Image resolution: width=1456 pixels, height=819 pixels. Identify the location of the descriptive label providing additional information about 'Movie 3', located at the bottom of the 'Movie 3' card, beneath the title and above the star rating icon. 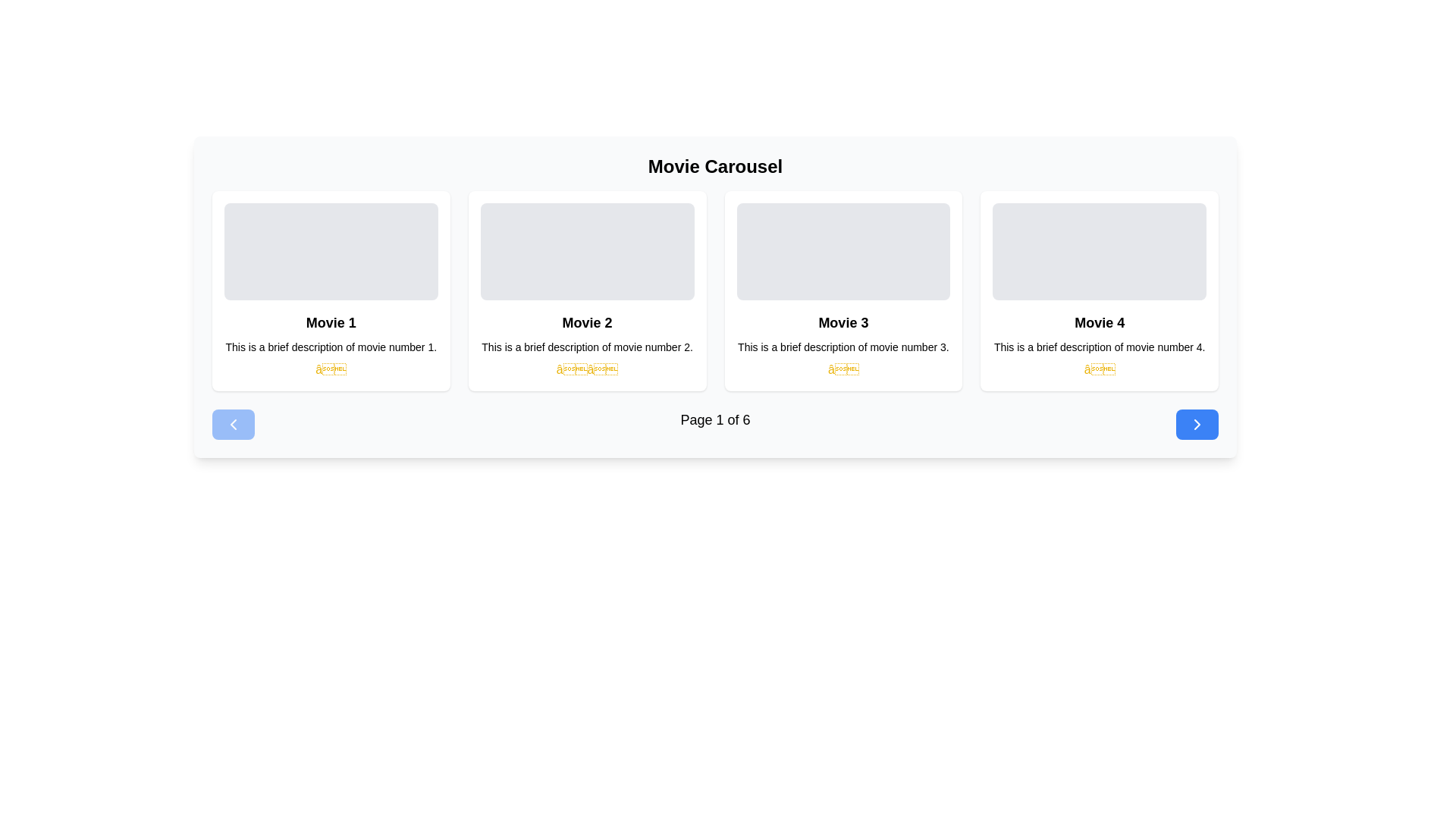
(843, 347).